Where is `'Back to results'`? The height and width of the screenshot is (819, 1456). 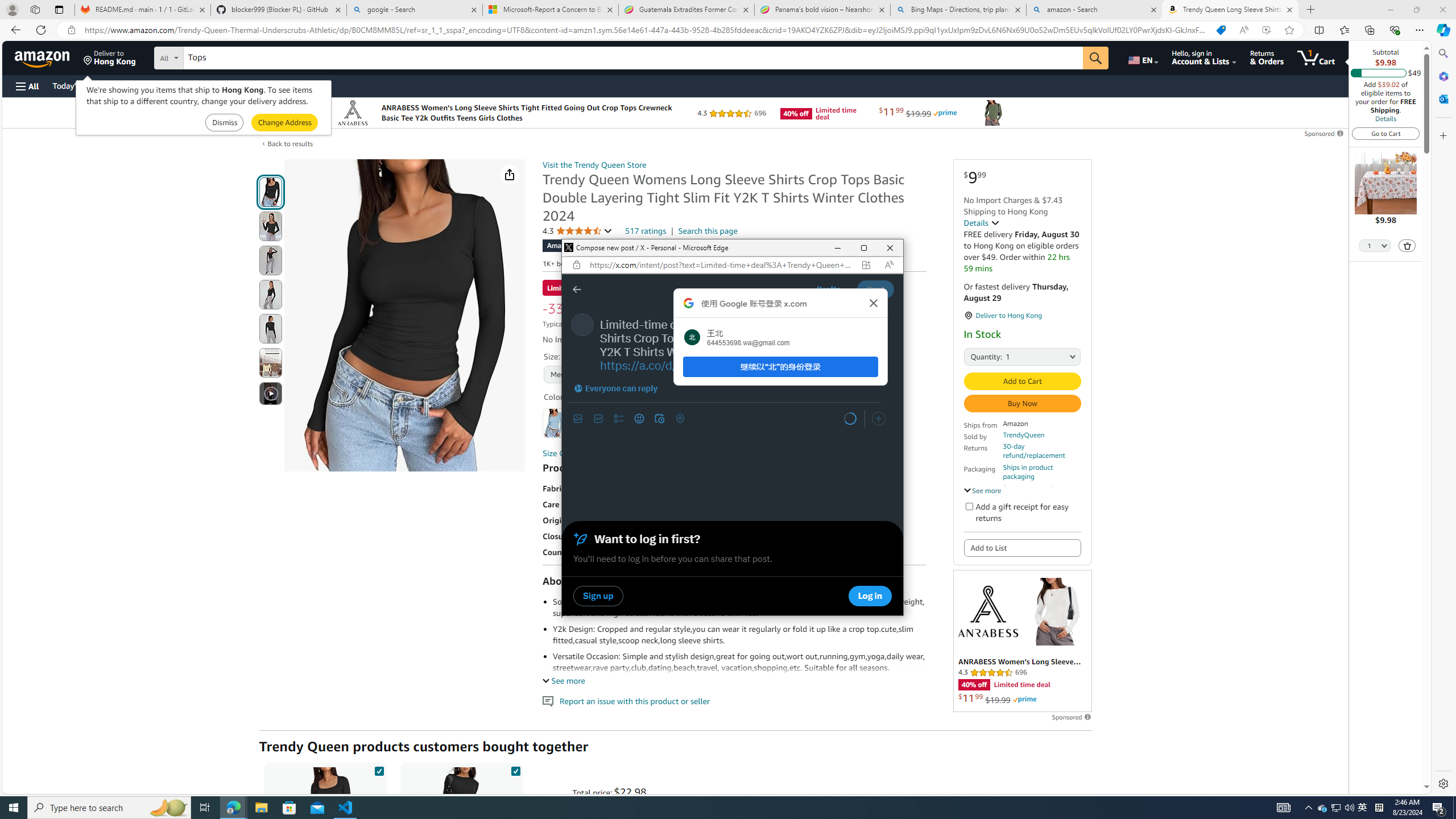 'Back to results' is located at coordinates (289, 143).